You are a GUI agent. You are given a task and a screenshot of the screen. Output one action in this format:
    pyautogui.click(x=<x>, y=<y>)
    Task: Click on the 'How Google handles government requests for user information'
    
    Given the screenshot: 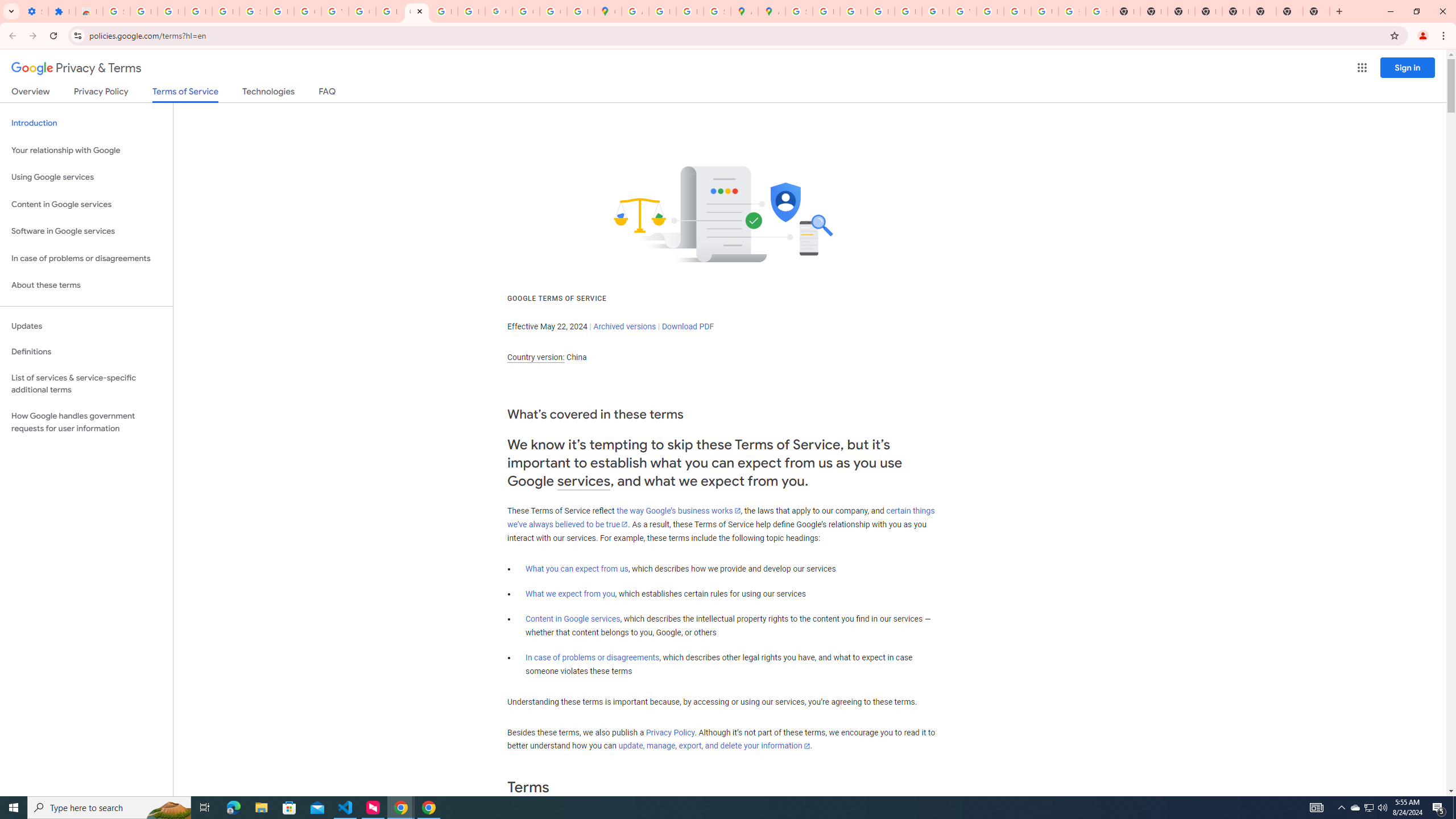 What is the action you would take?
    pyautogui.click(x=86, y=422)
    